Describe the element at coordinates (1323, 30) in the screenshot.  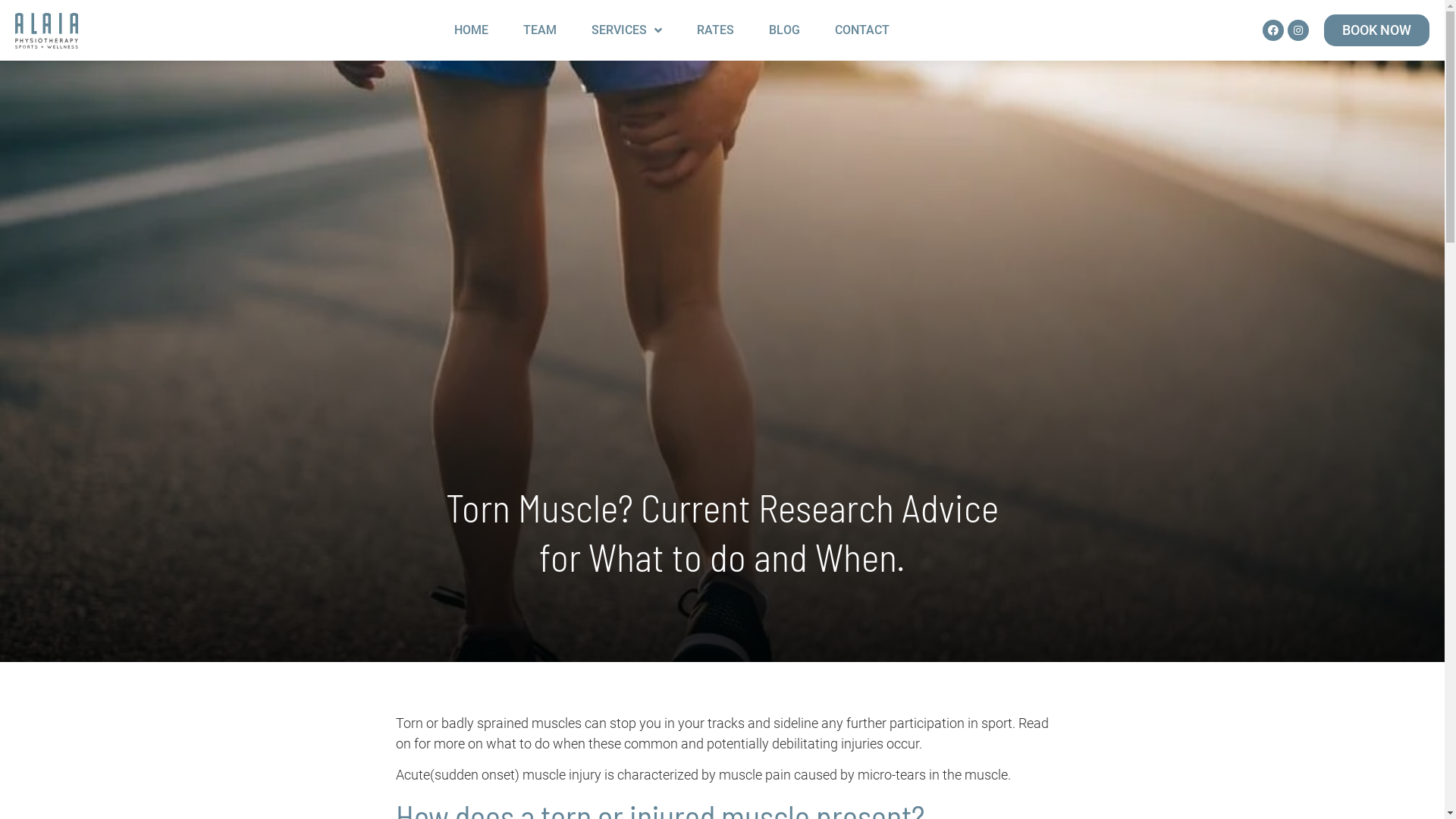
I see `'BOOK NOW'` at that location.